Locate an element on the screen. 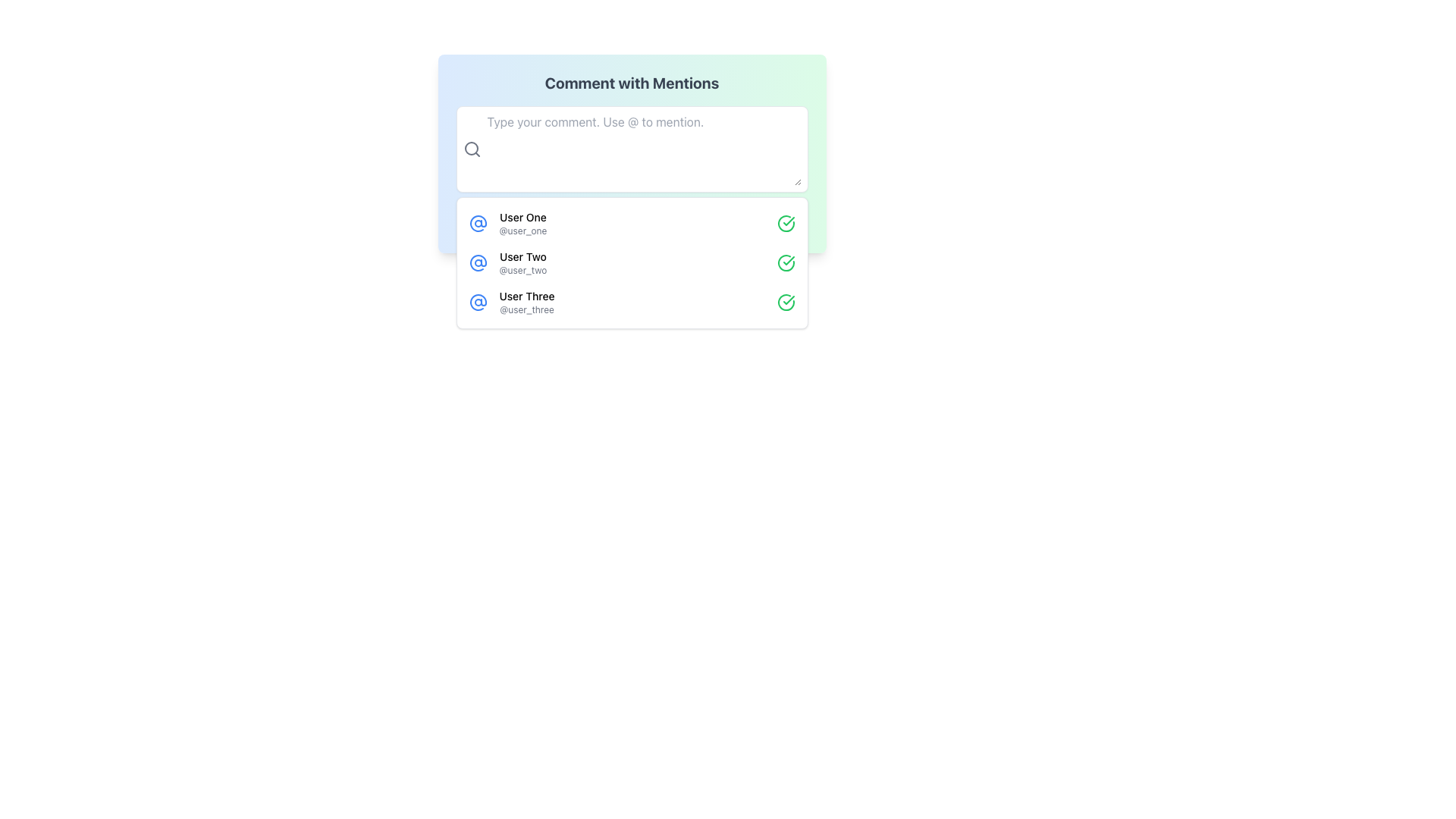  the search icon located at the top-left corner of the comment input field is located at coordinates (470, 149).